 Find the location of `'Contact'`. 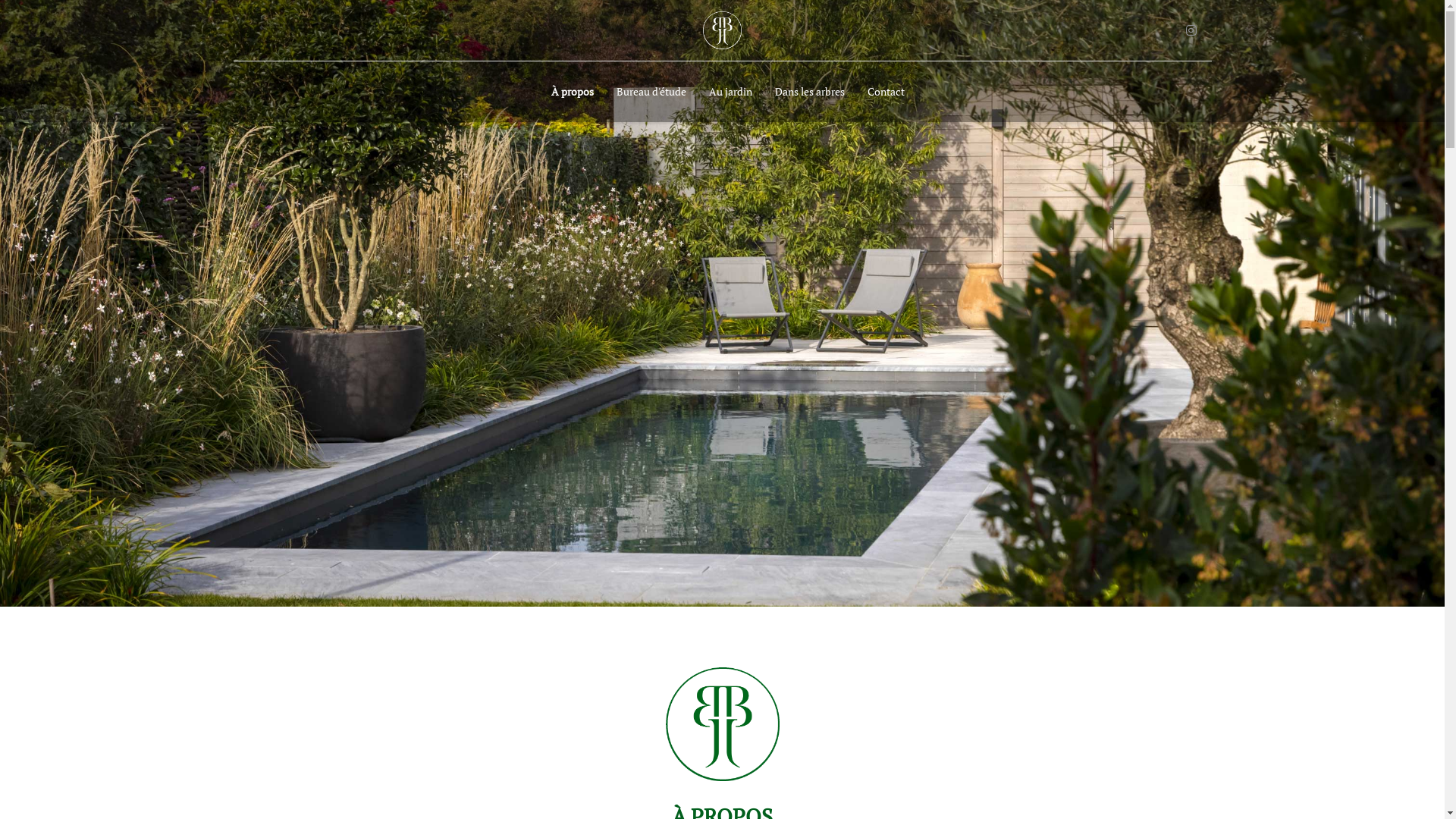

'Contact' is located at coordinates (855, 91).